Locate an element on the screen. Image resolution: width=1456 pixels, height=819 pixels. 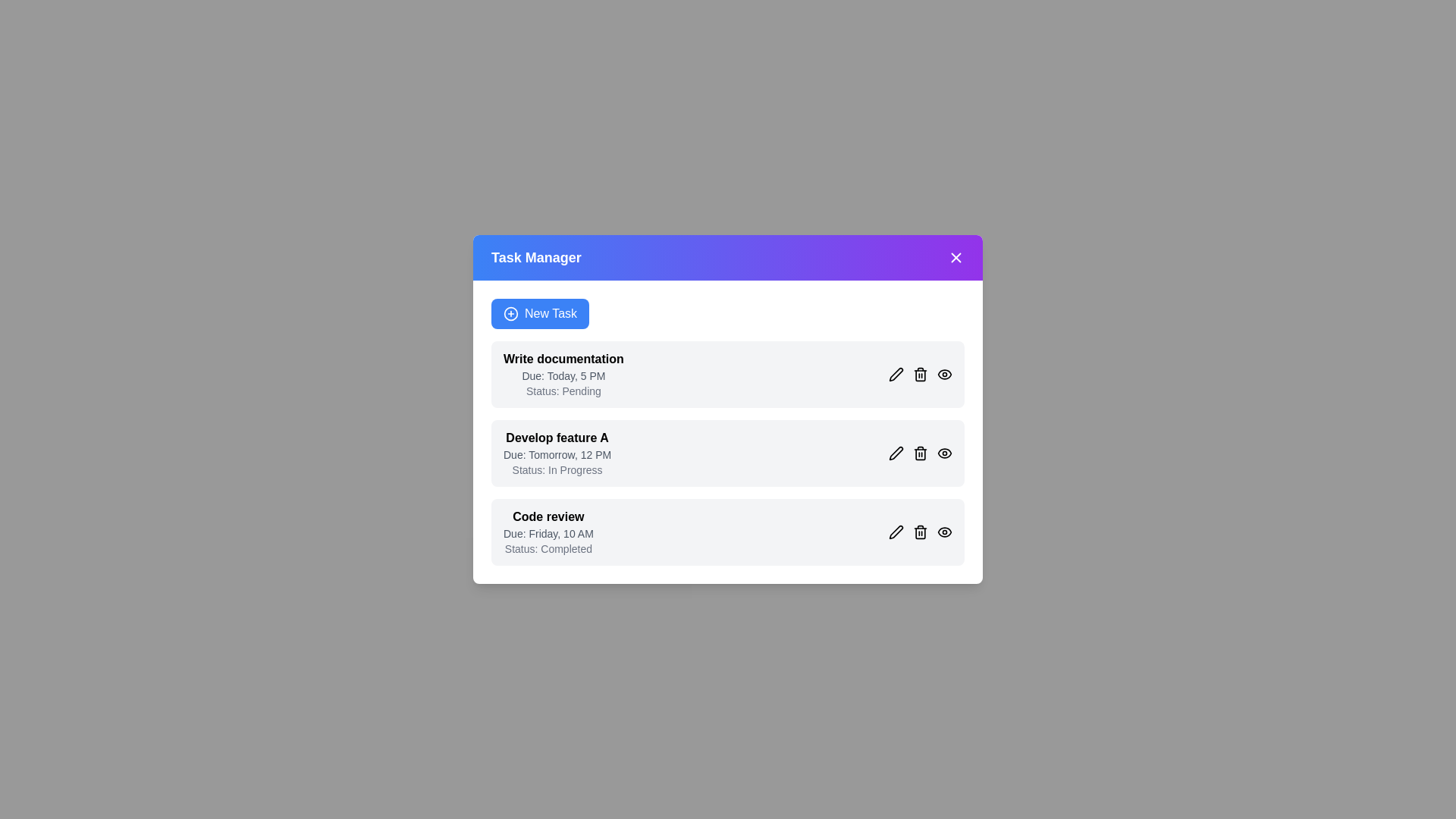
'Delete' button for the task titled 'Write documentation' is located at coordinates (920, 374).